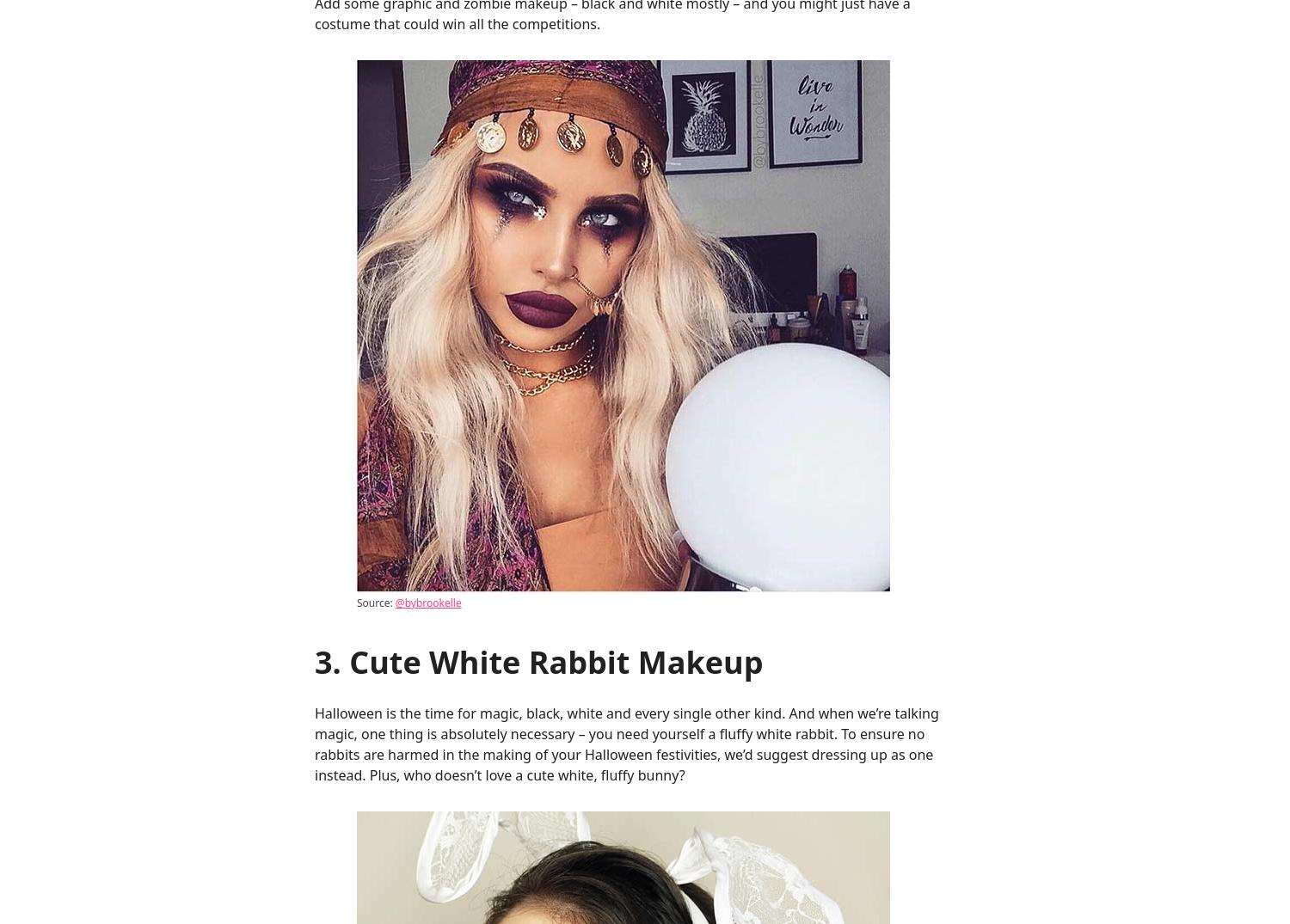  Describe the element at coordinates (863, 172) in the screenshot. I see `'Terms and Conditions'` at that location.